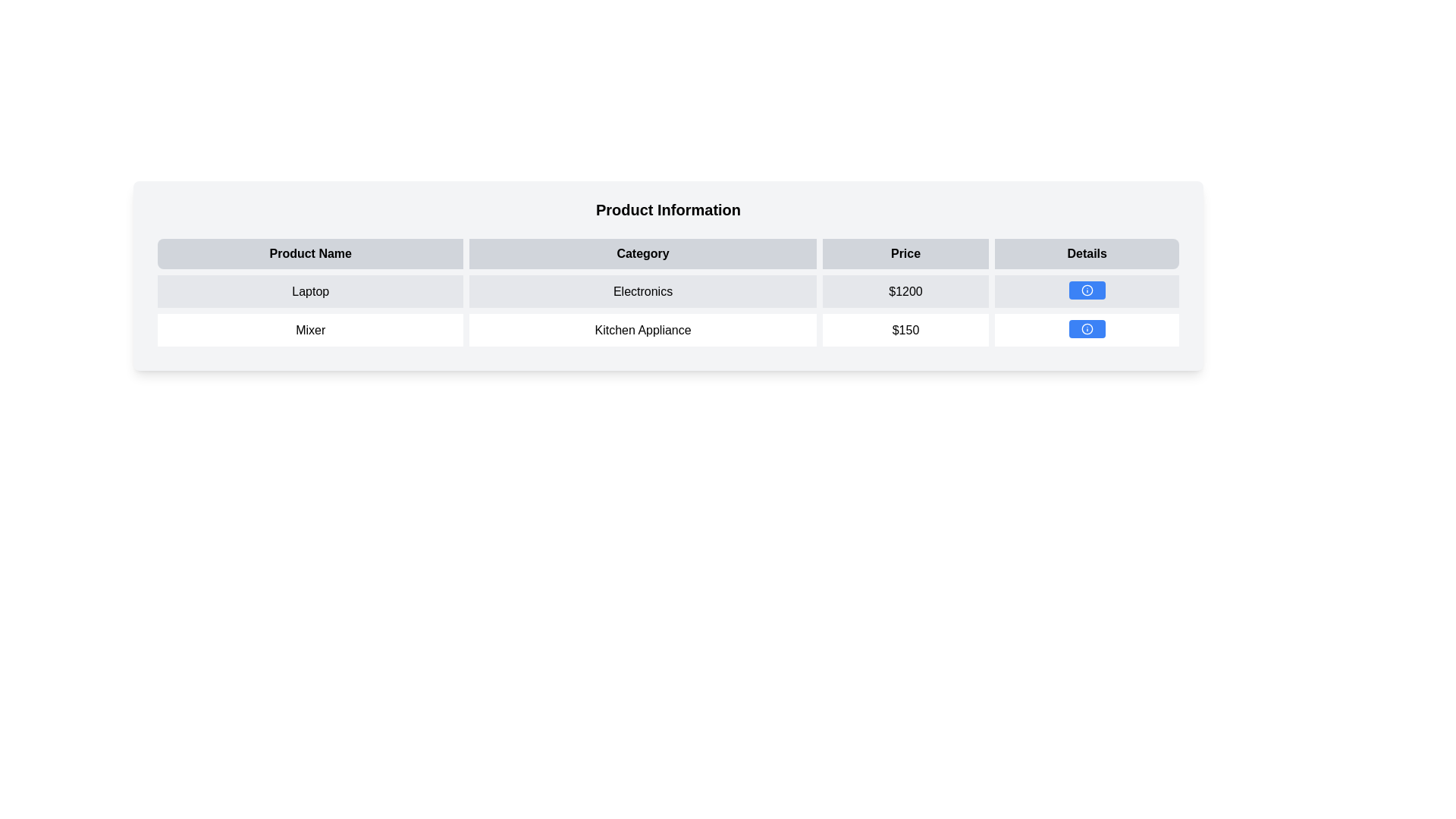 This screenshot has width=1456, height=819. Describe the element at coordinates (643, 253) in the screenshot. I see `the 'Category' header label, which is the second item in a row of four headers within a table header, displaying in bold black text on a gray background` at that location.